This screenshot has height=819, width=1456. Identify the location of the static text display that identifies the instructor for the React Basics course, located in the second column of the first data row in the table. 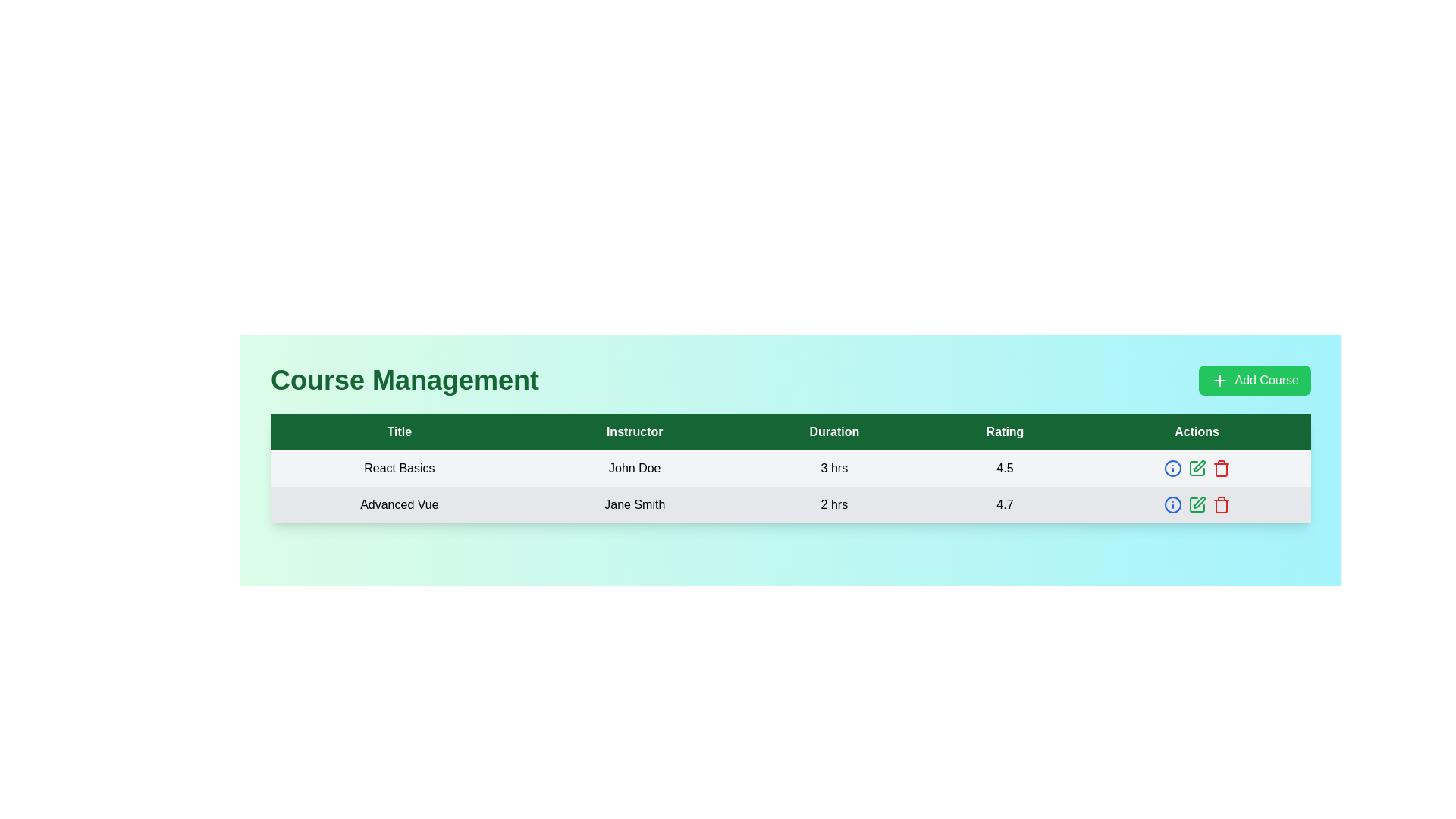
(635, 467).